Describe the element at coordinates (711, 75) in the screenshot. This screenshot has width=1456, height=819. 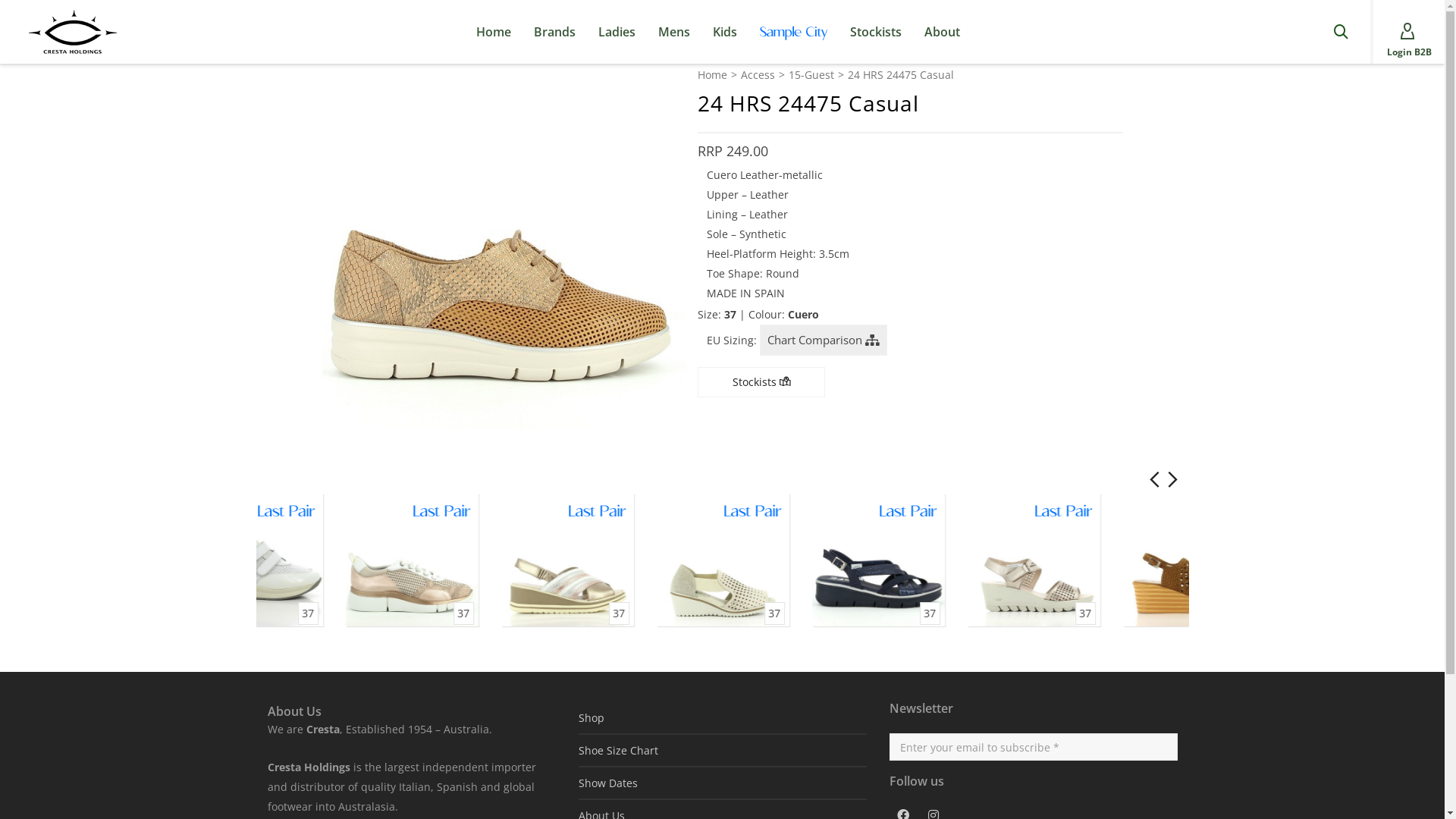
I see `'Home'` at that location.